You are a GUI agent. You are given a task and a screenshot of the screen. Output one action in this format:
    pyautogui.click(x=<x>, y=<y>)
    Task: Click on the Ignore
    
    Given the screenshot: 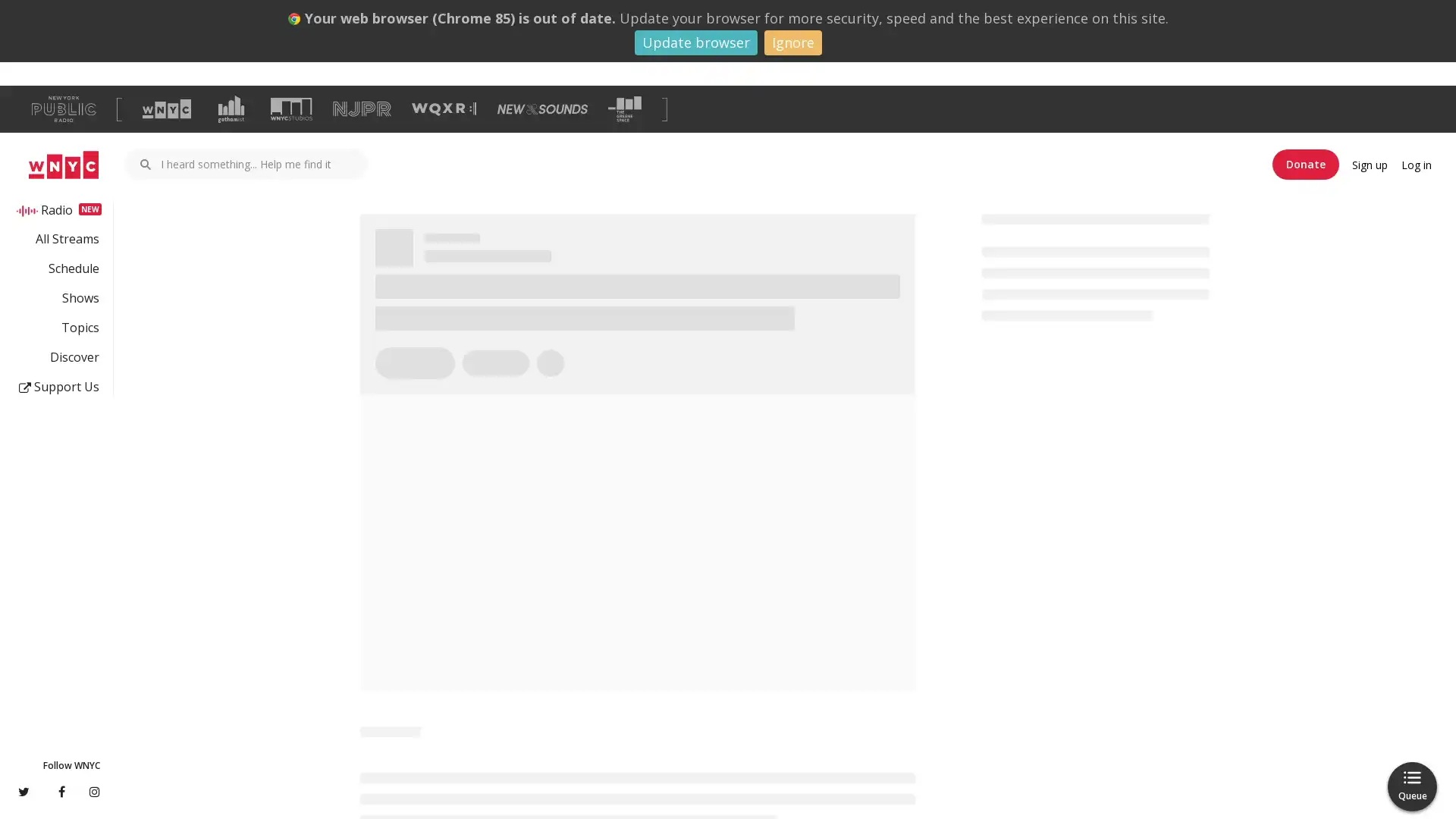 What is the action you would take?
    pyautogui.click(x=792, y=42)
    